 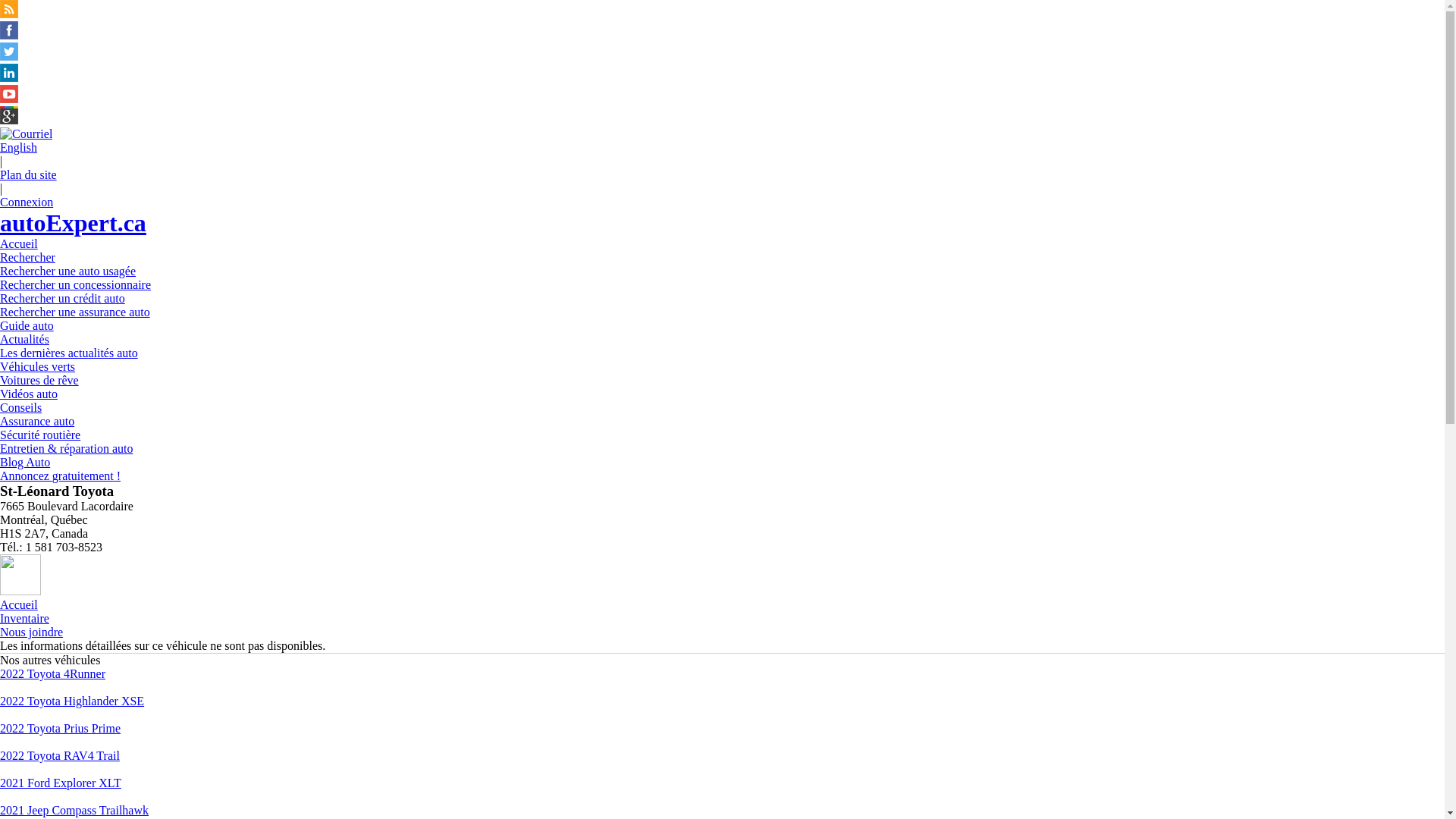 What do you see at coordinates (18, 604) in the screenshot?
I see `'Accueil'` at bounding box center [18, 604].